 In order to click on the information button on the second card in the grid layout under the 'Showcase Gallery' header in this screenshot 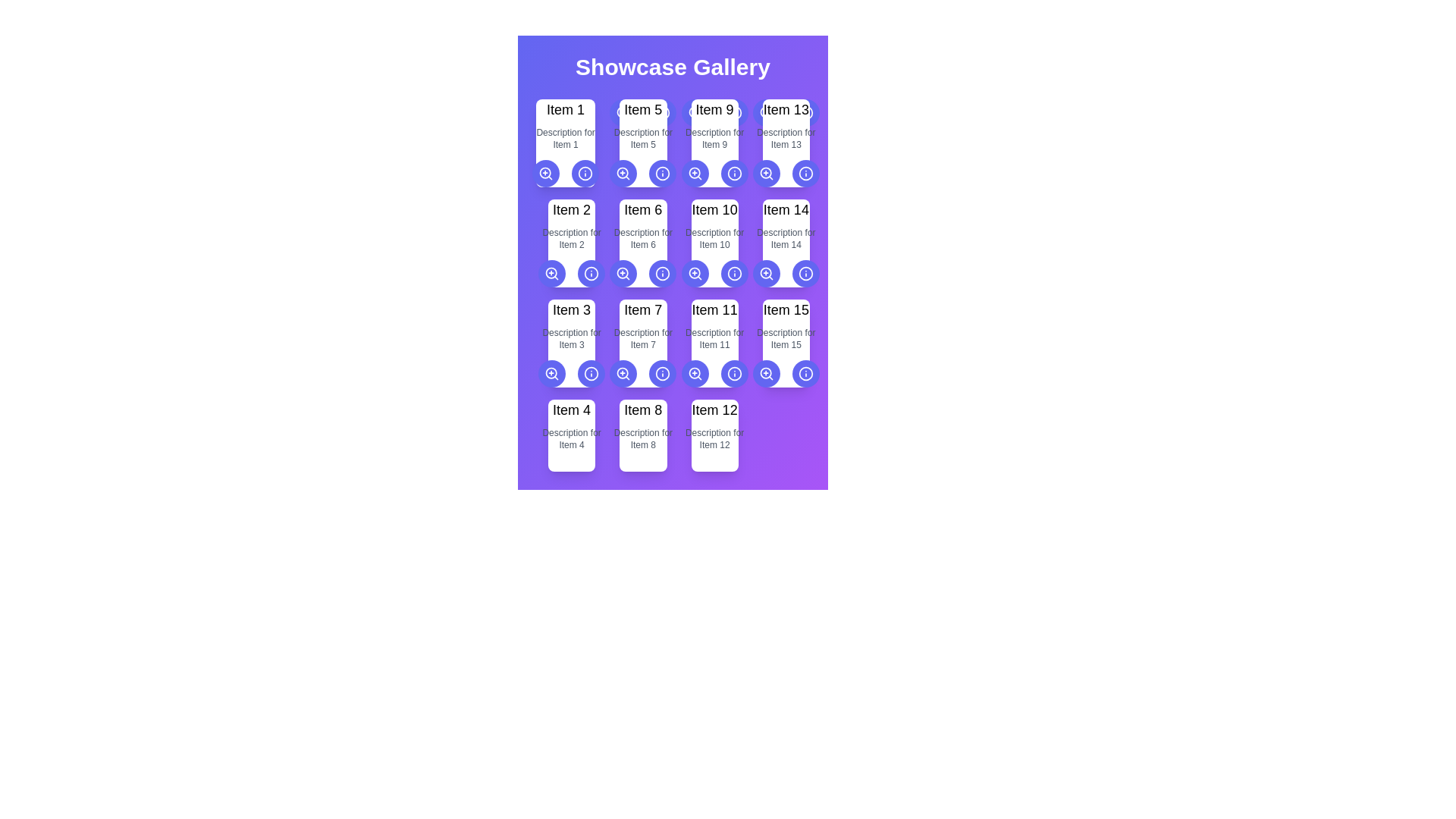, I will do `click(571, 242)`.